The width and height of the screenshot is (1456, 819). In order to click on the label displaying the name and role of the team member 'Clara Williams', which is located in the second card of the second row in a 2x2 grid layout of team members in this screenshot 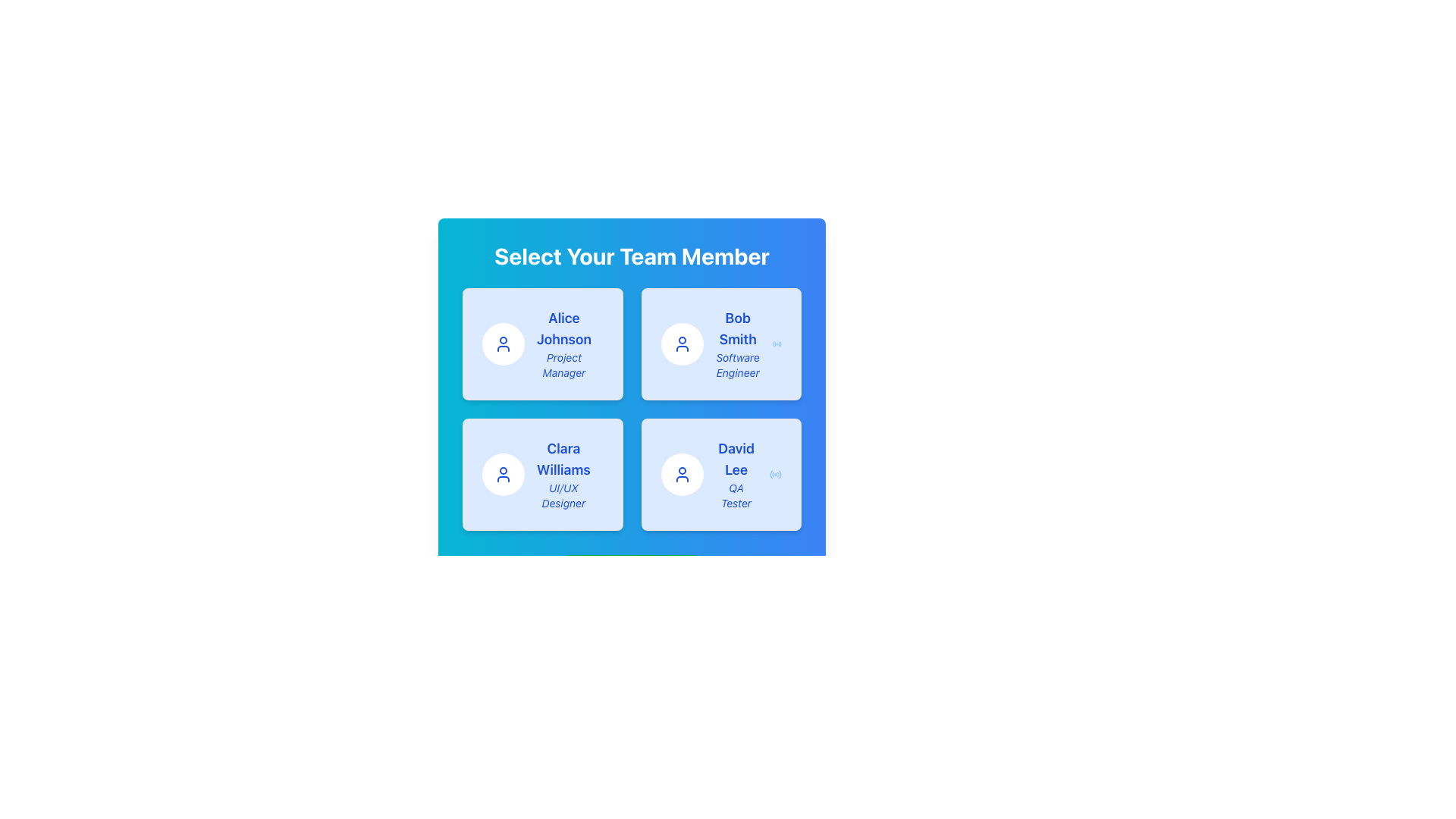, I will do `click(563, 473)`.